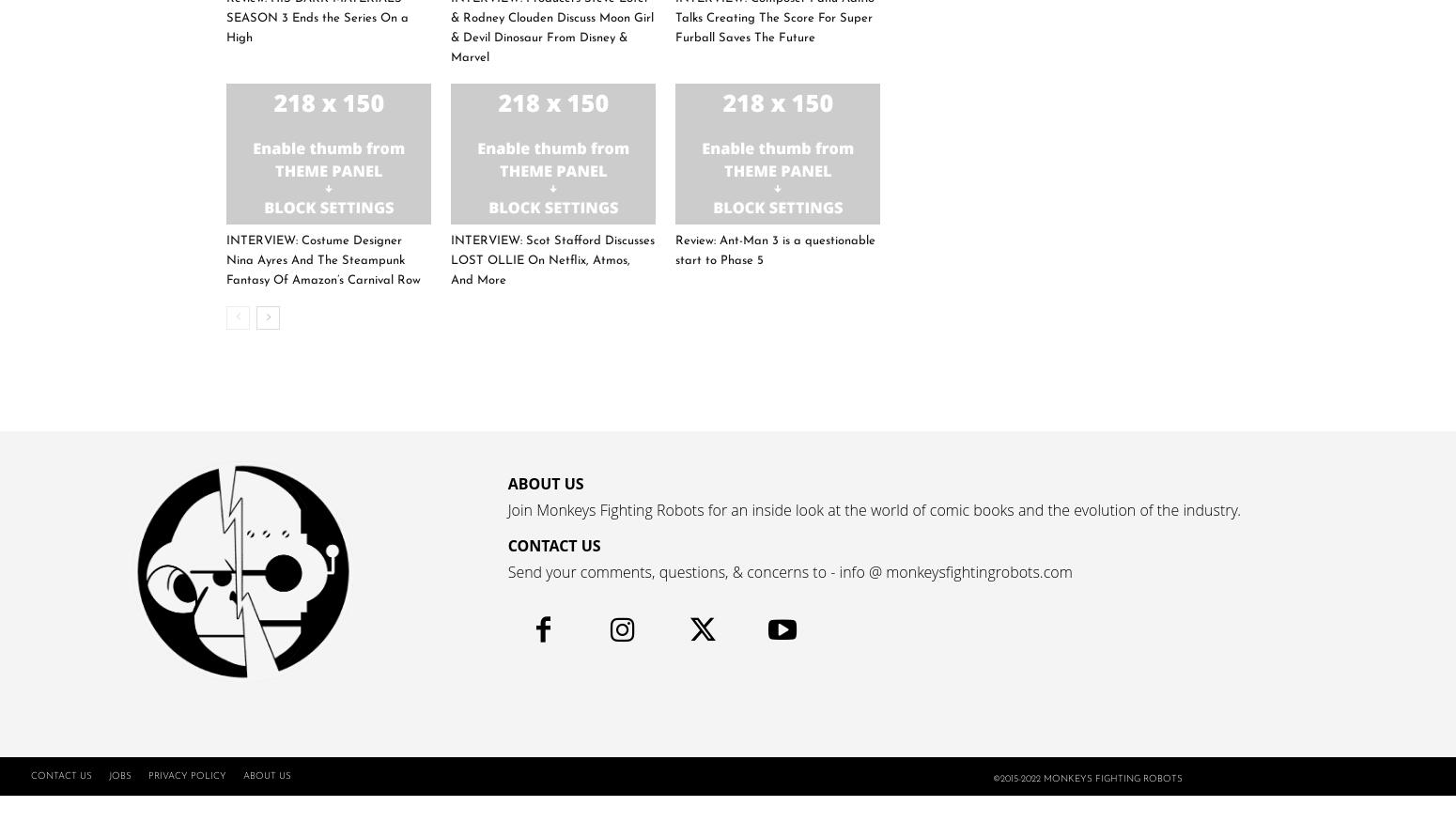  I want to click on 'ABOUT US', so click(545, 483).